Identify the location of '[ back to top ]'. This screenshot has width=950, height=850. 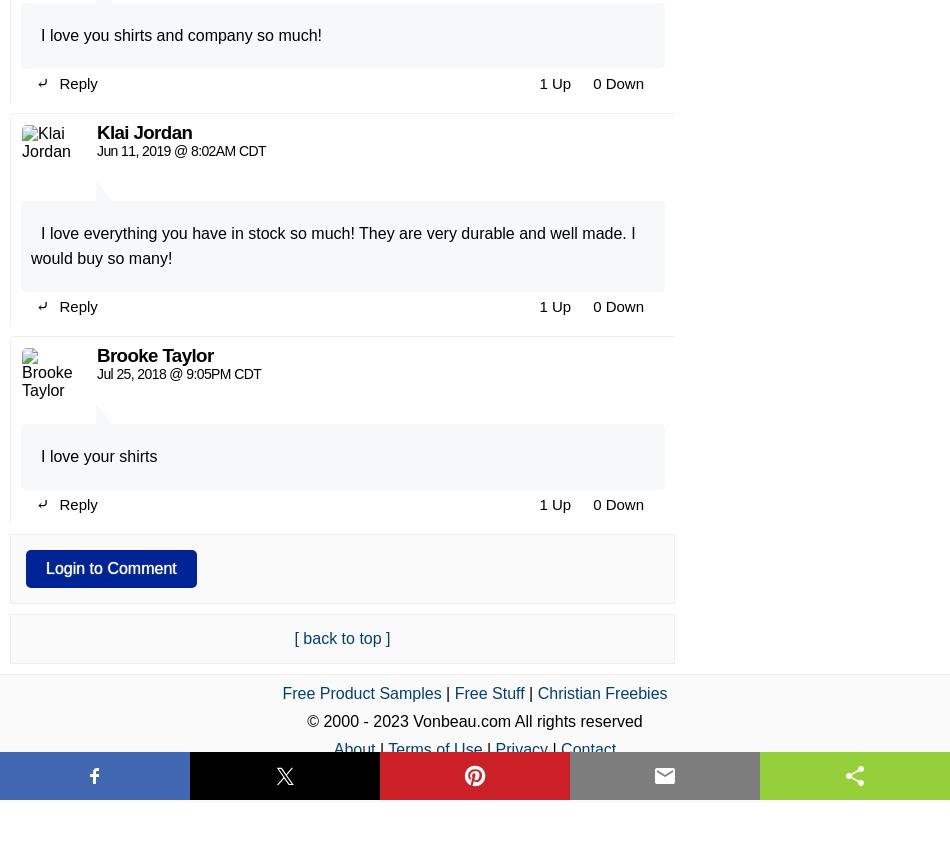
(293, 137).